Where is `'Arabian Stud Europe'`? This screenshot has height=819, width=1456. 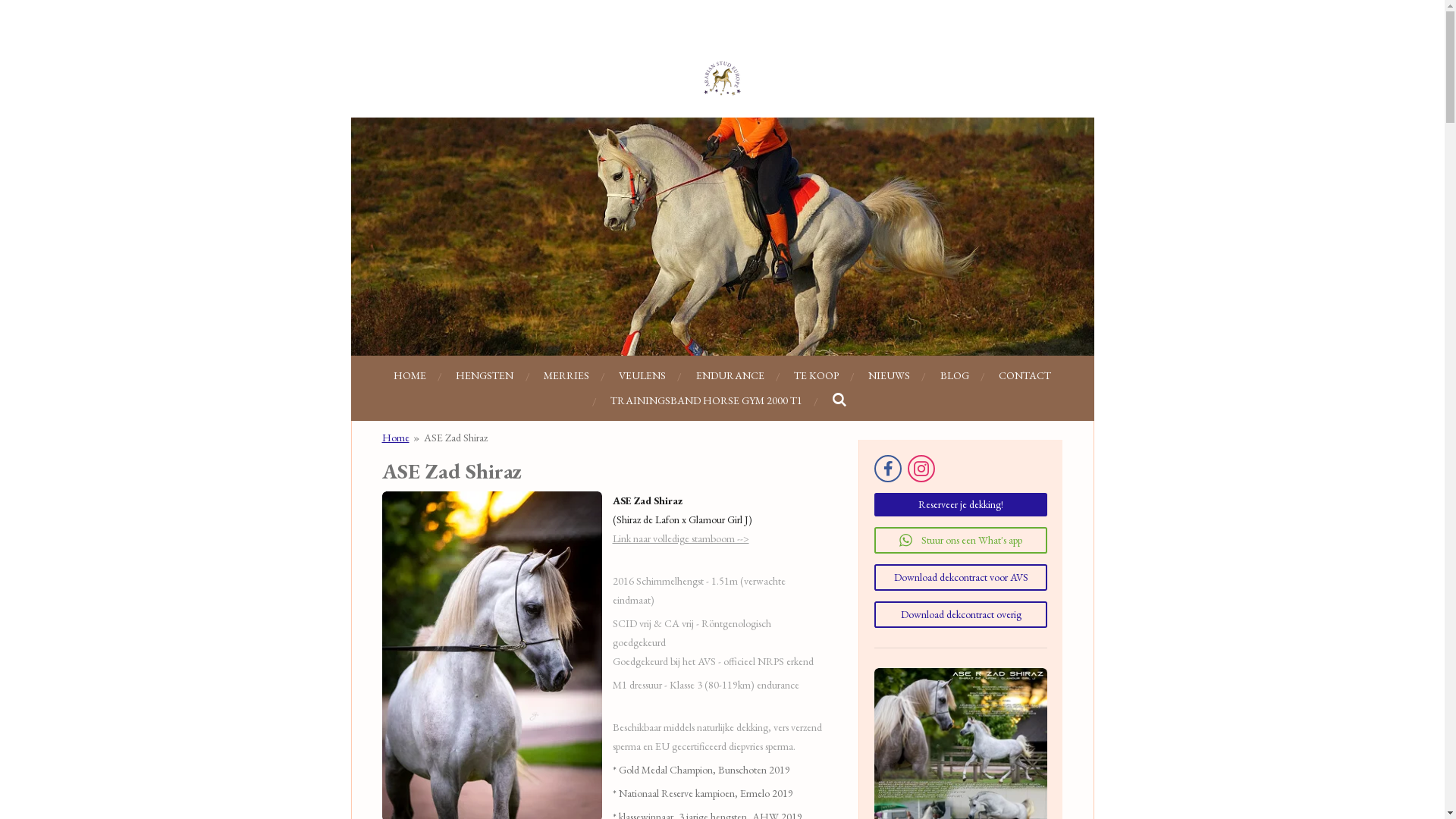
'Arabian Stud Europe' is located at coordinates (721, 77).